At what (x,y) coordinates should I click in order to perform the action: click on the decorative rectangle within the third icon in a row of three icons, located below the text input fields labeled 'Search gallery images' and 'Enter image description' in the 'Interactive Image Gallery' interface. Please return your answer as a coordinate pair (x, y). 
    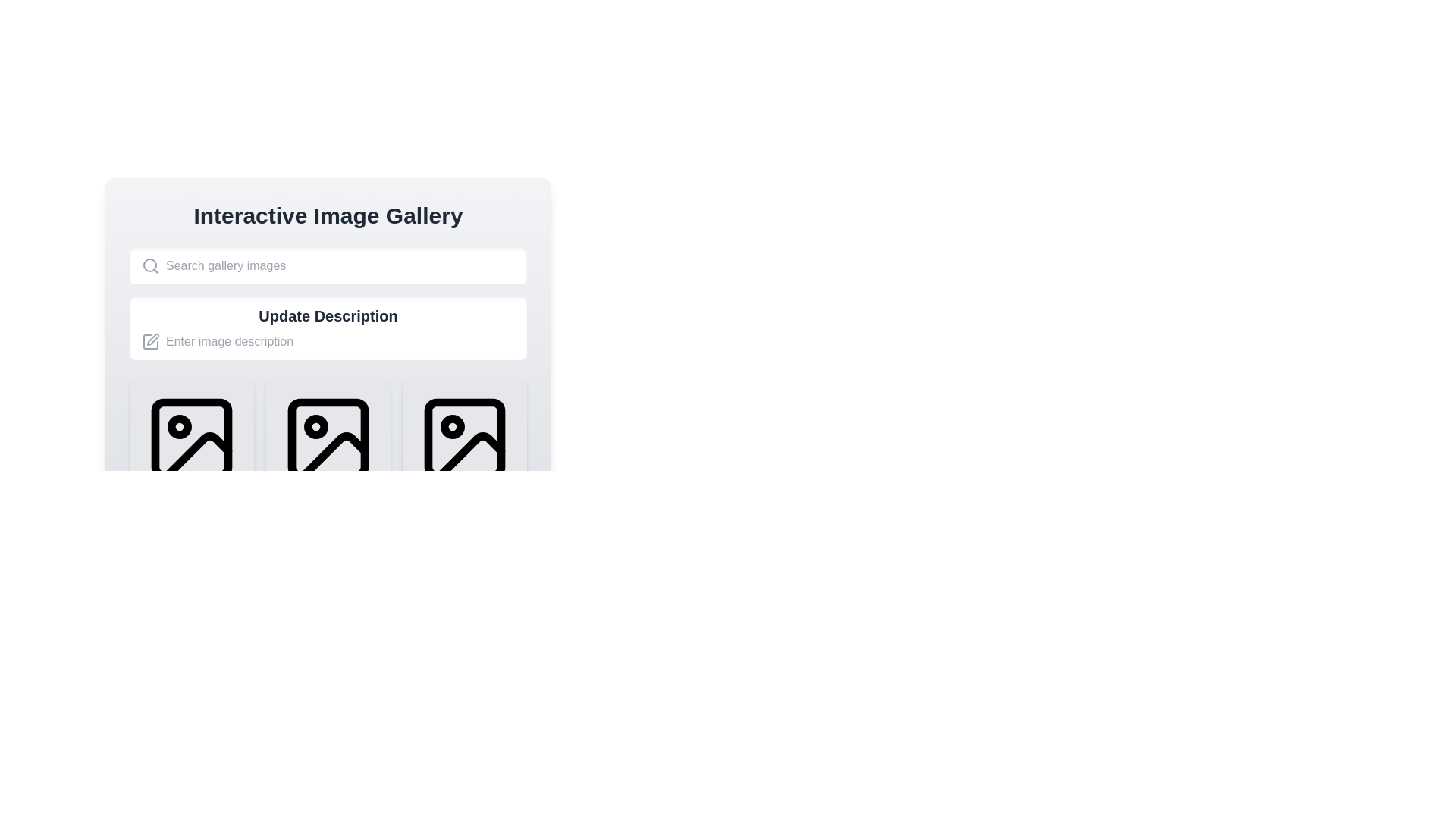
    Looking at the image, I should click on (464, 438).